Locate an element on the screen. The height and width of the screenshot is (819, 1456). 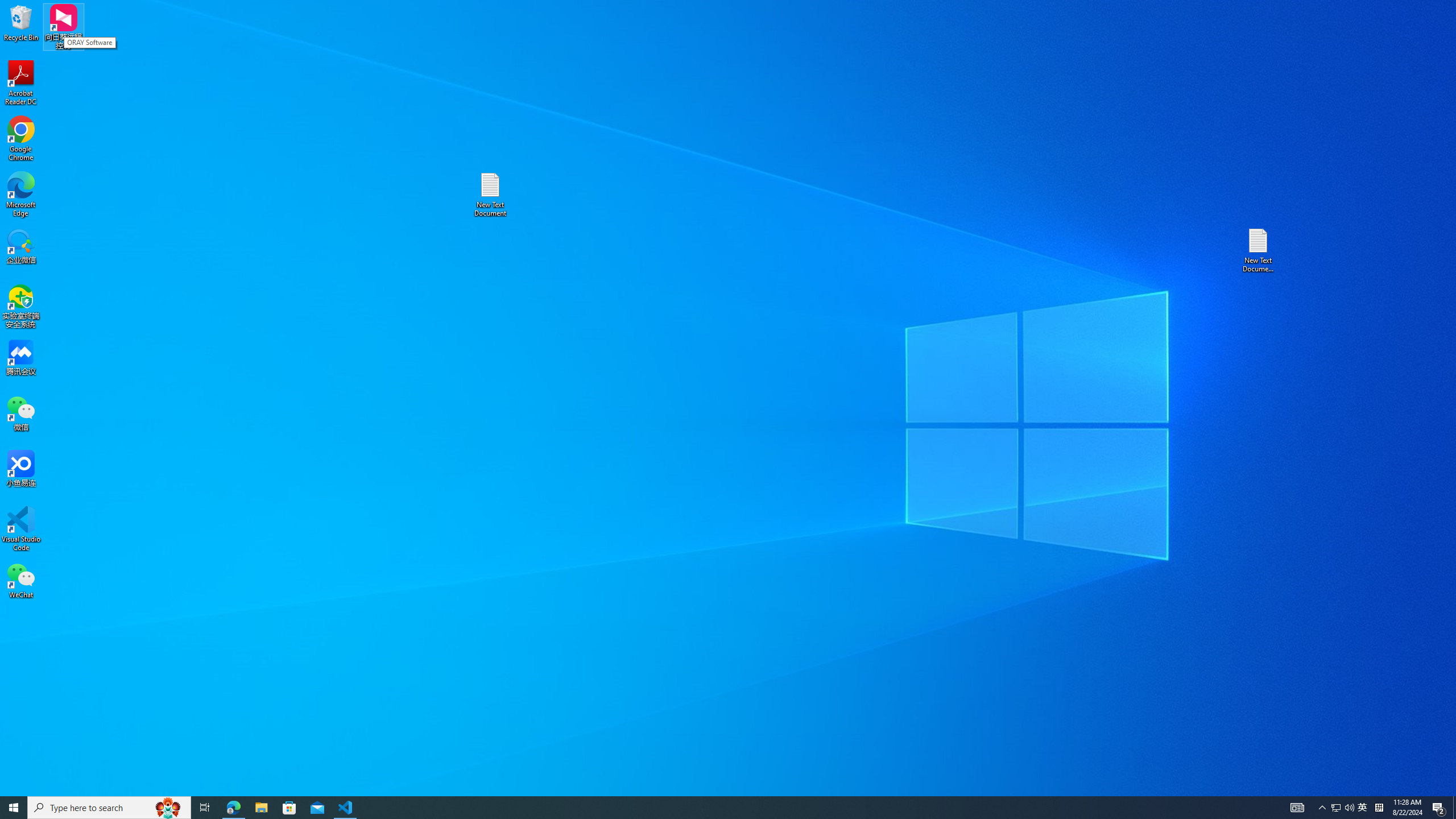
'Microsoft Store' is located at coordinates (289, 806).